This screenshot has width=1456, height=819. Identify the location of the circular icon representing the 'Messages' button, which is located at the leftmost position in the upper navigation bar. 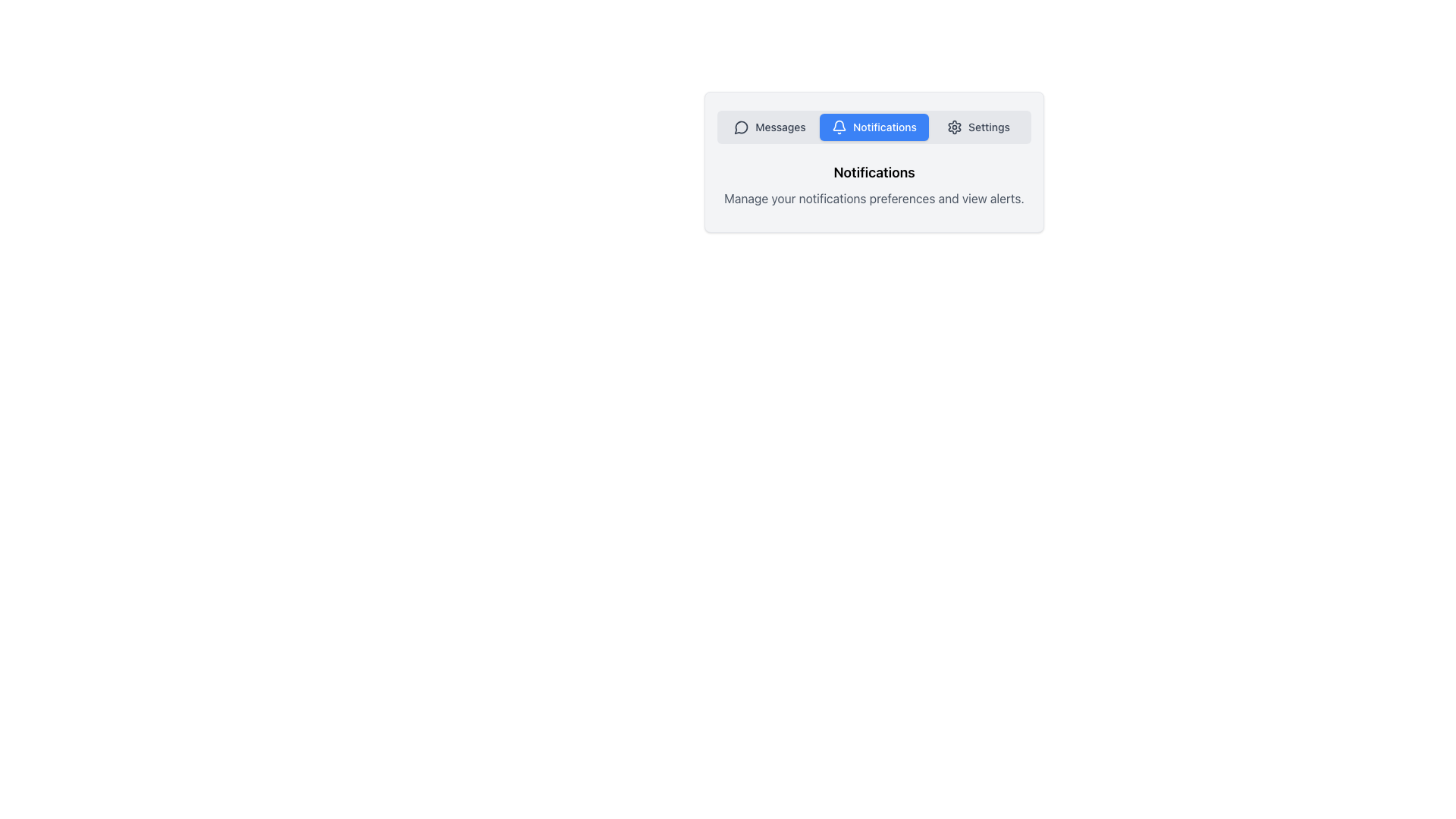
(742, 127).